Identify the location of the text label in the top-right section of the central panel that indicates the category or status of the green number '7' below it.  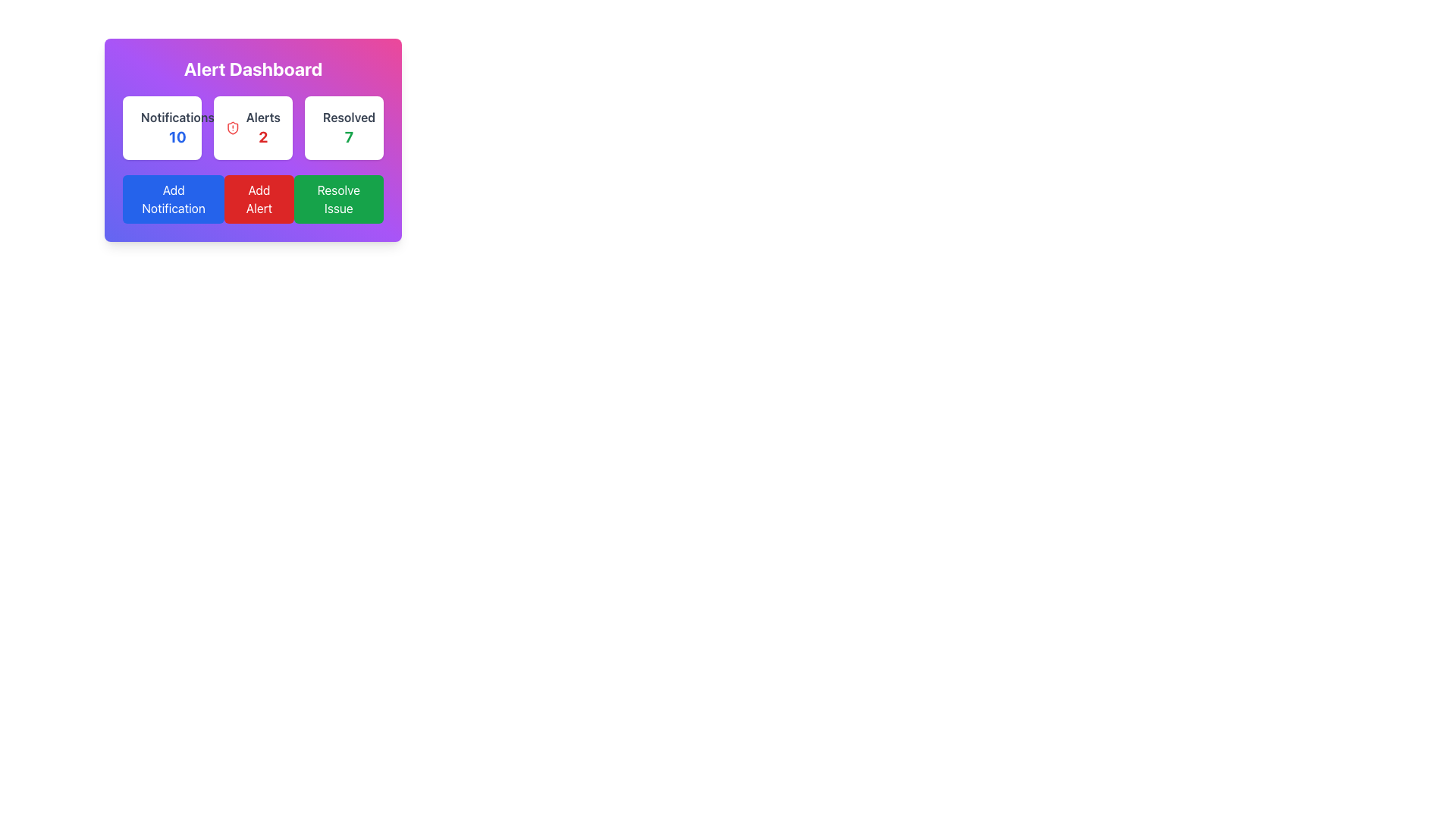
(348, 116).